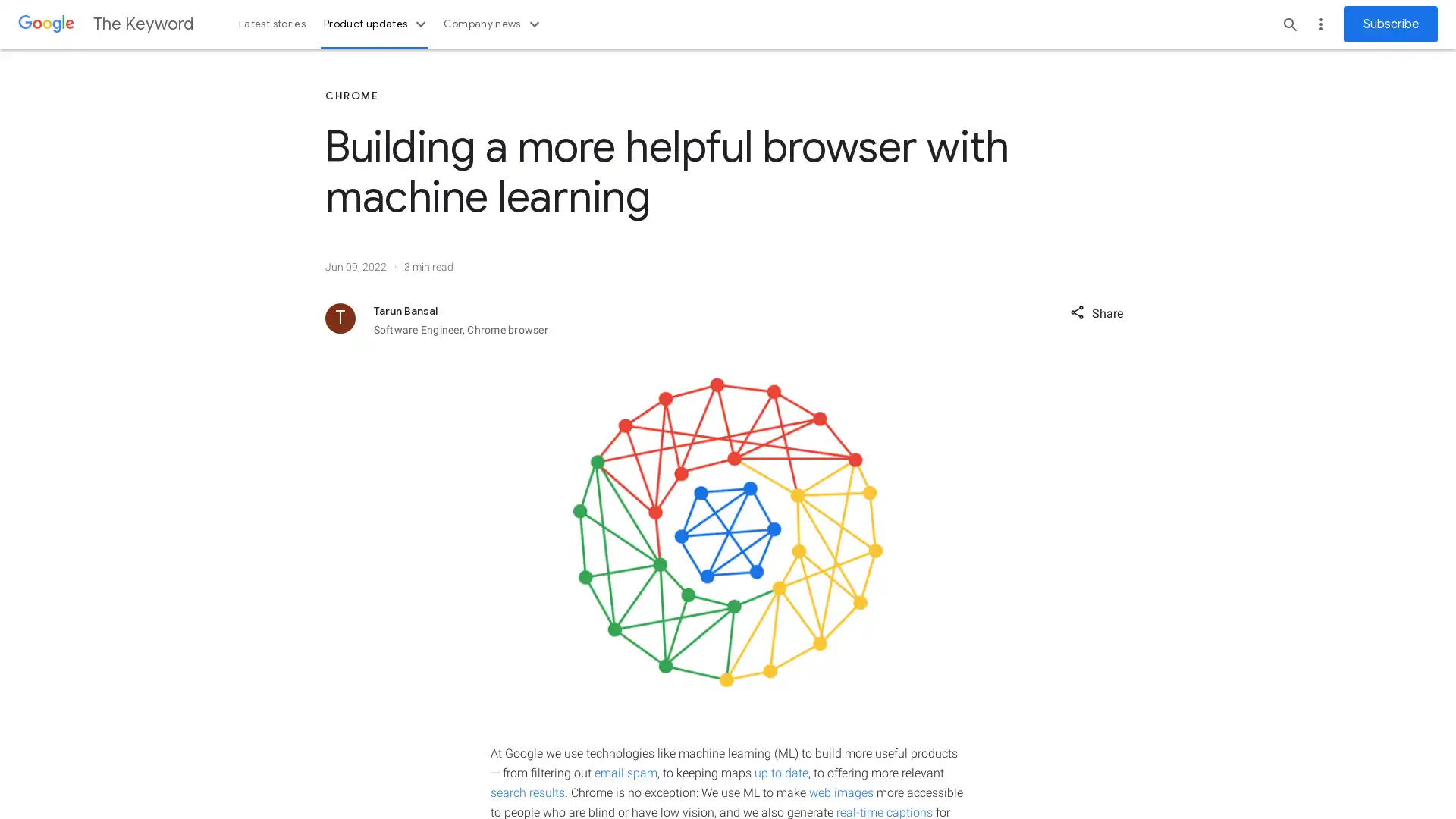  Describe the element at coordinates (1390, 24) in the screenshot. I see `Newsletter subscribe` at that location.